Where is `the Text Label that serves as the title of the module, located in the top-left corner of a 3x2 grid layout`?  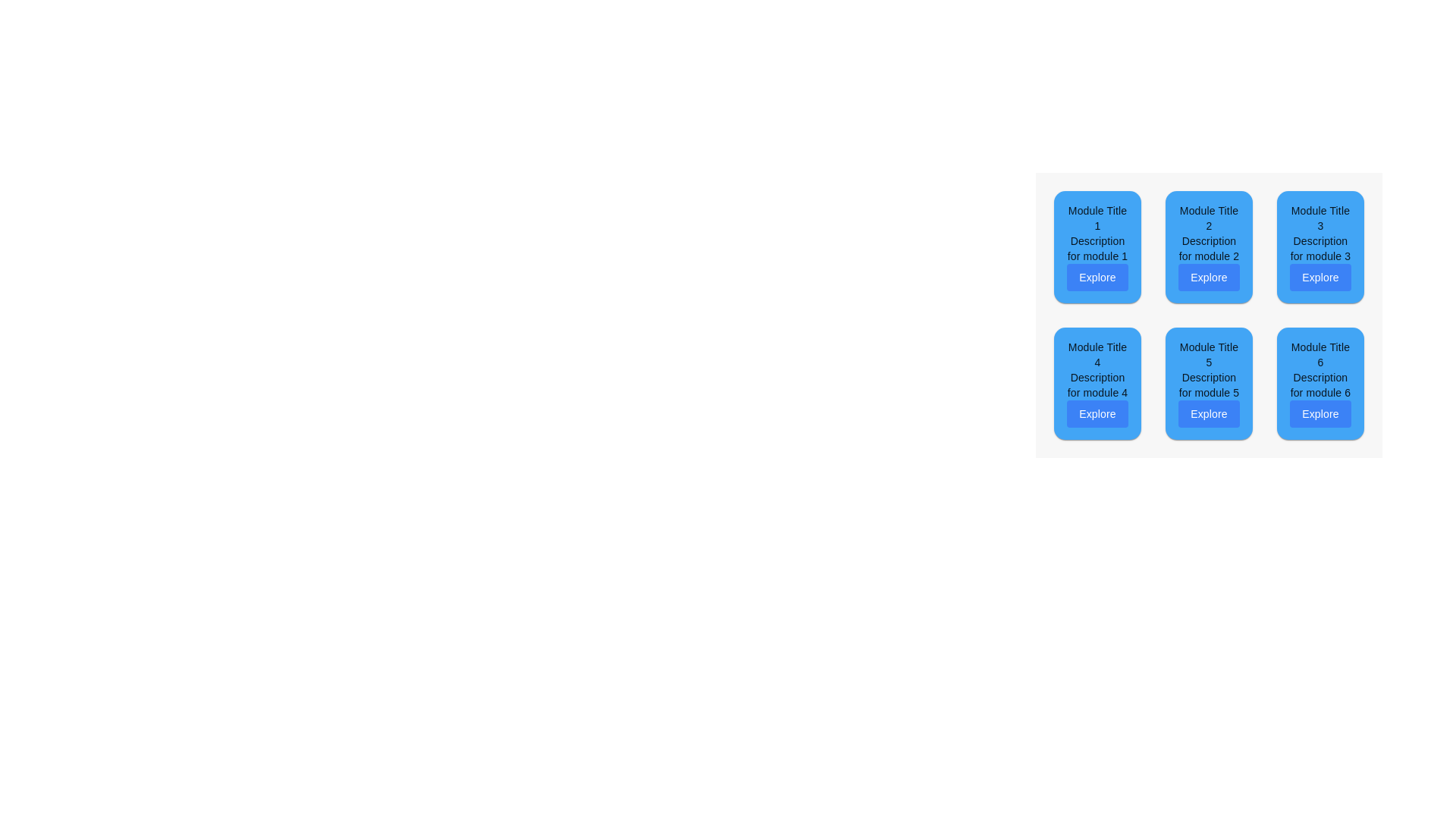
the Text Label that serves as the title of the module, located in the top-left corner of a 3x2 grid layout is located at coordinates (1097, 218).